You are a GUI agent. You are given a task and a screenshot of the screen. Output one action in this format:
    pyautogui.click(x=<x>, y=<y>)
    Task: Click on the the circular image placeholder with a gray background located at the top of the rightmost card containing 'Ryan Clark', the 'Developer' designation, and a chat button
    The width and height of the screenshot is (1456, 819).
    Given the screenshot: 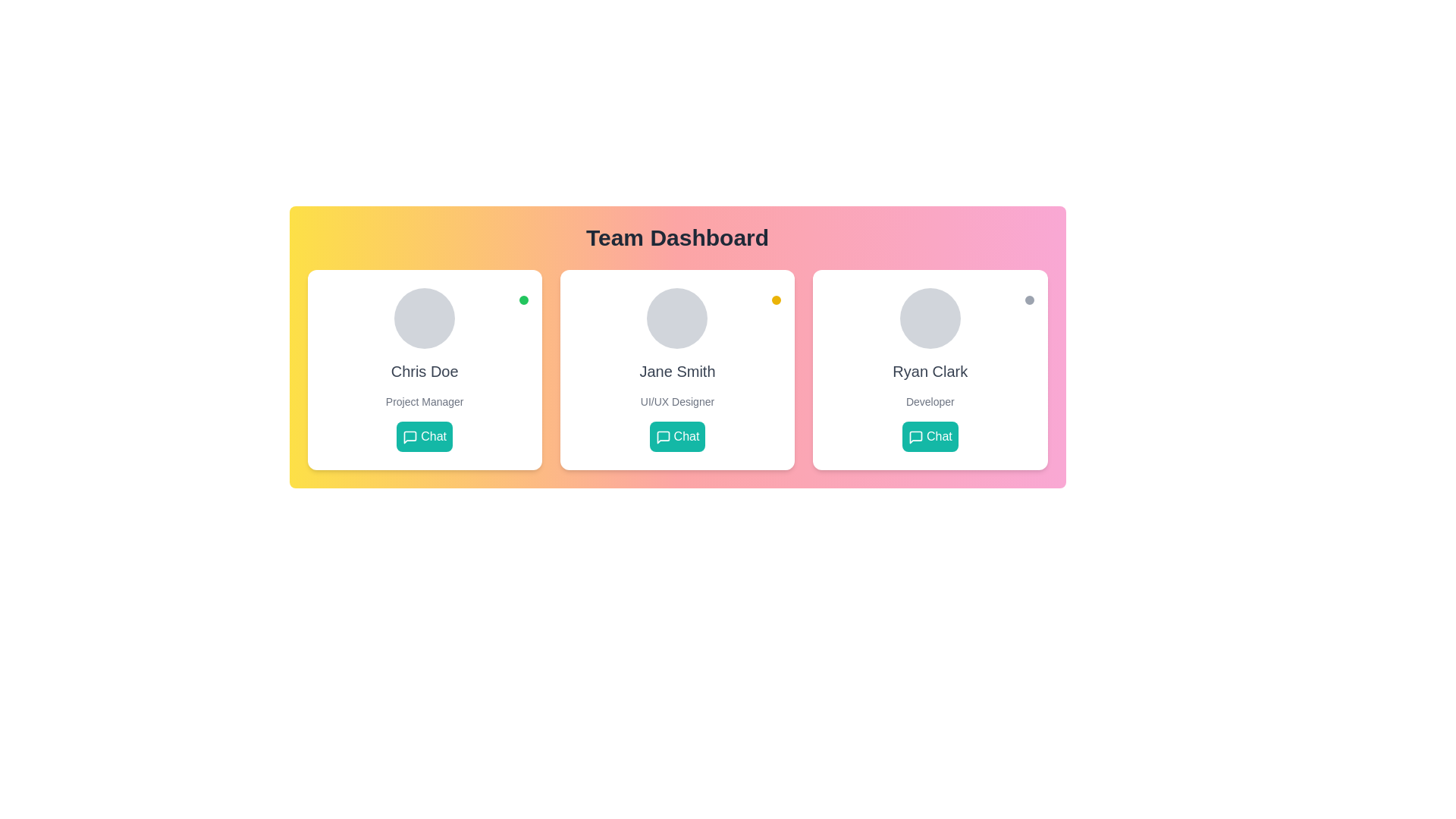 What is the action you would take?
    pyautogui.click(x=929, y=318)
    